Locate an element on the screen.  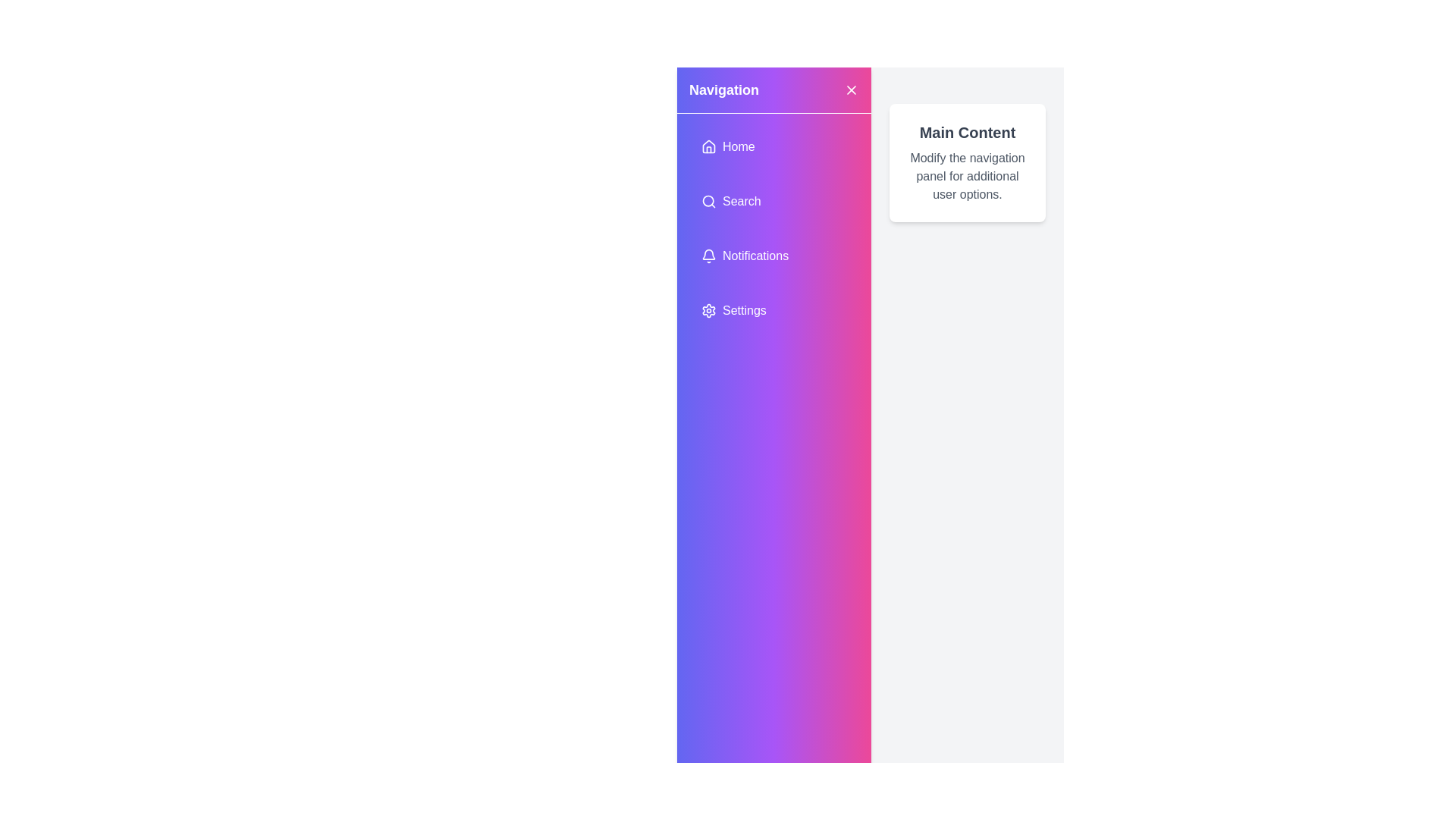
the magnifying glass icon representing the search action located within the 'Search' button in the vertical navigation menu to initiate a search is located at coordinates (708, 201).